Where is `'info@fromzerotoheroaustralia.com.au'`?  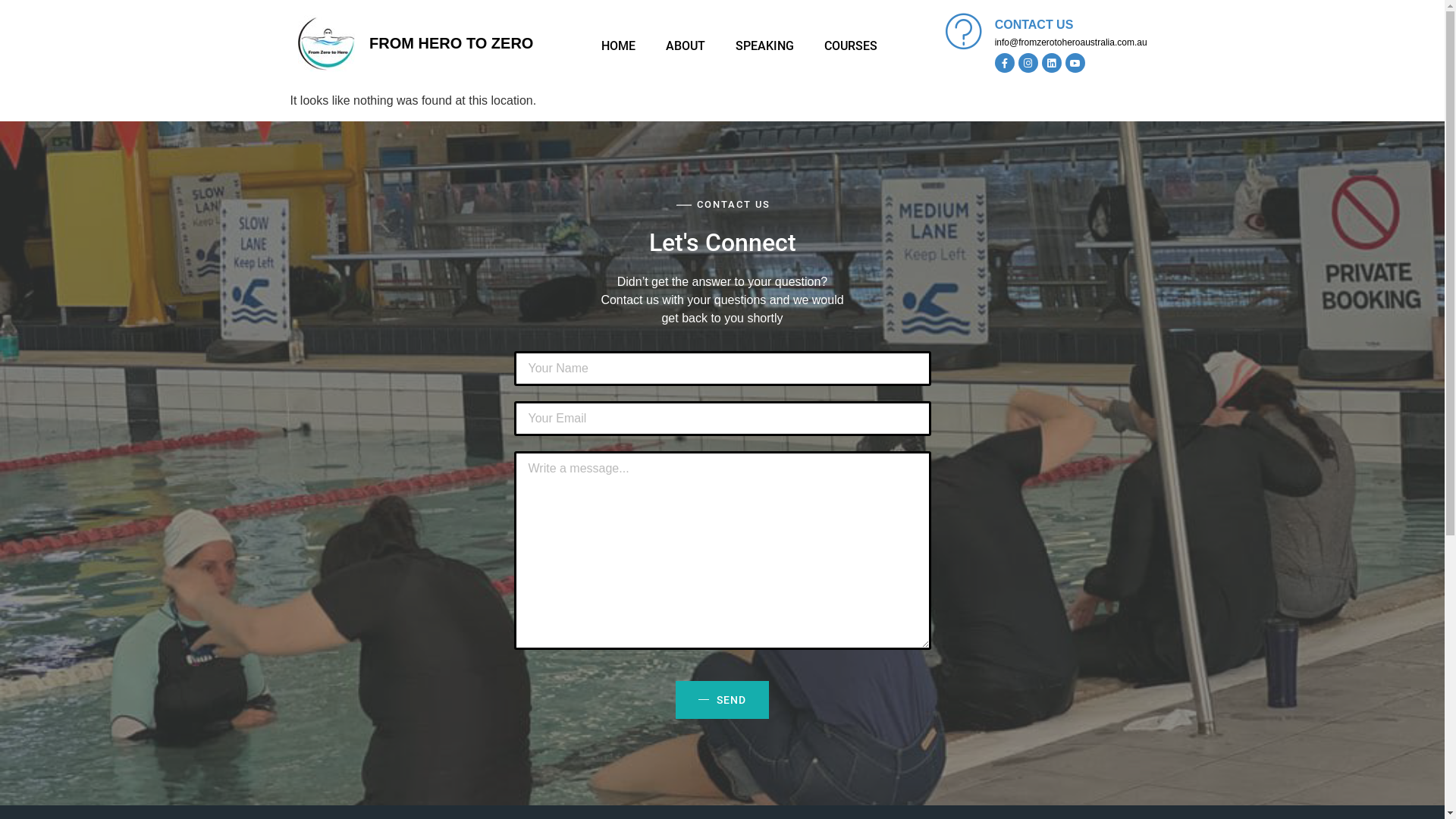 'info@fromzerotoheroaustralia.com.au' is located at coordinates (1070, 42).